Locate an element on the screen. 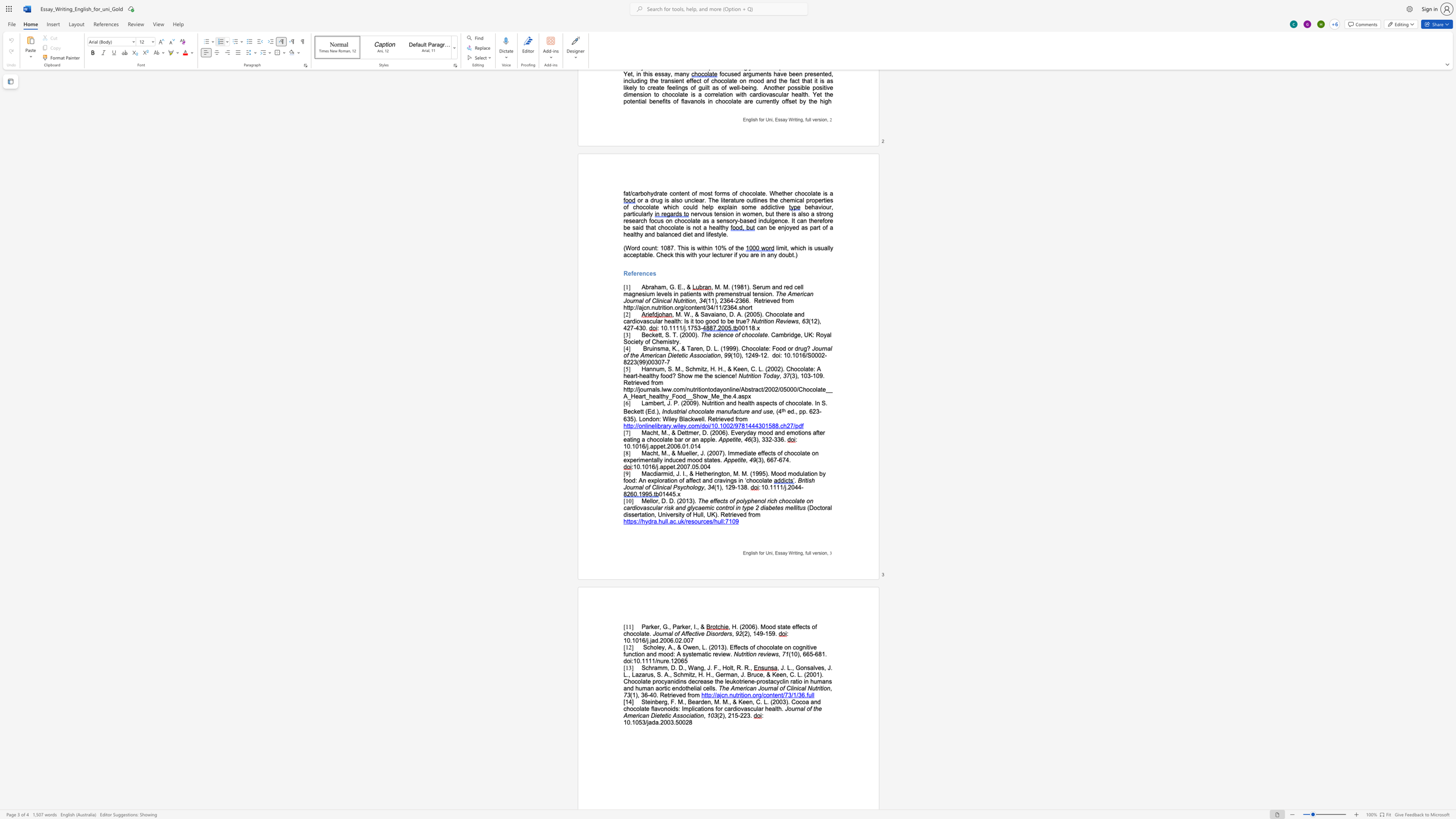 The width and height of the screenshot is (1456, 819). the space between the continuous character "s" and "/" in the text is located at coordinates (711, 521).